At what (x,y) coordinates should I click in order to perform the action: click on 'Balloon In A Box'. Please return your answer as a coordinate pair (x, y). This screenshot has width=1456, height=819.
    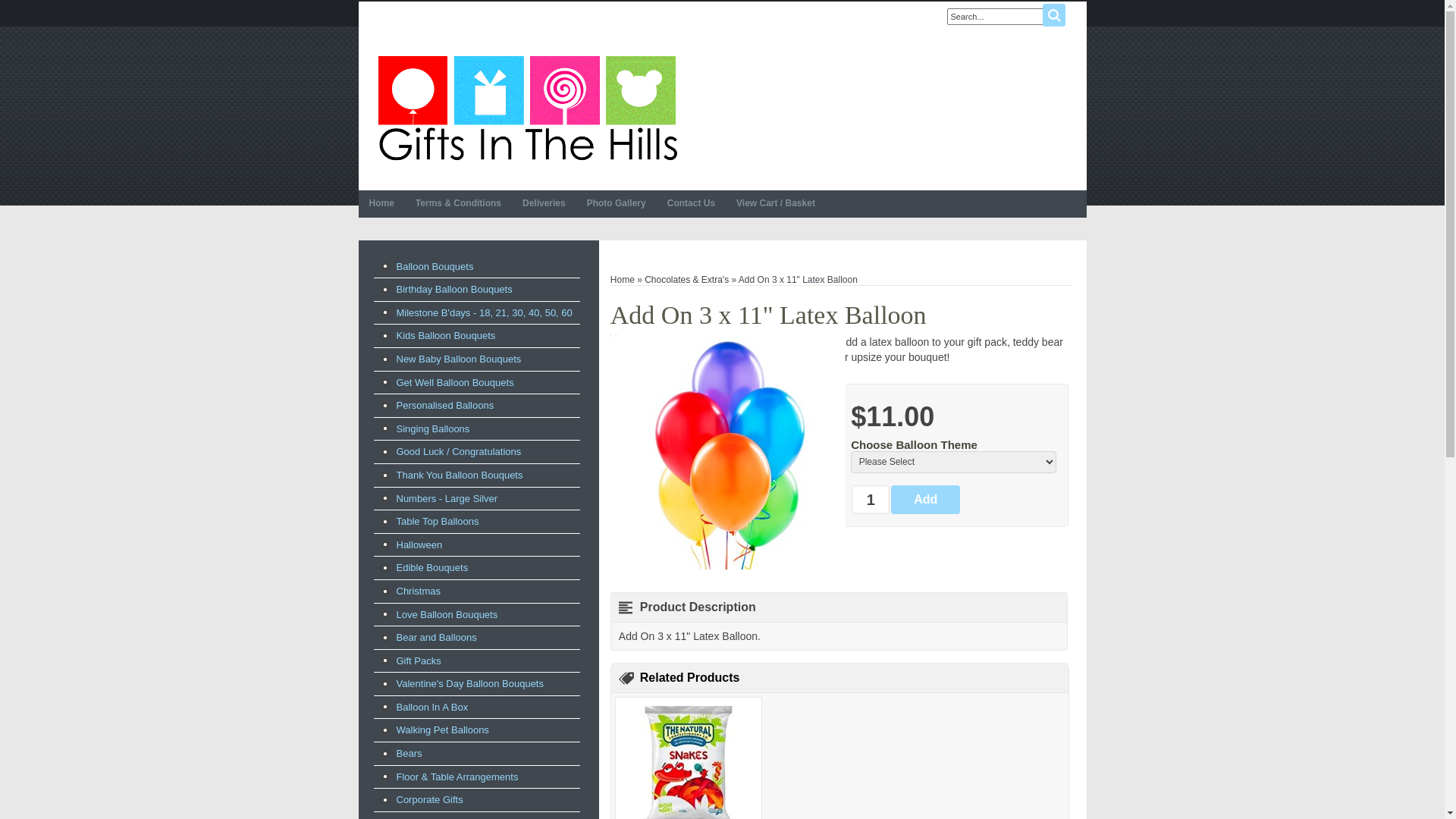
    Looking at the image, I should click on (372, 708).